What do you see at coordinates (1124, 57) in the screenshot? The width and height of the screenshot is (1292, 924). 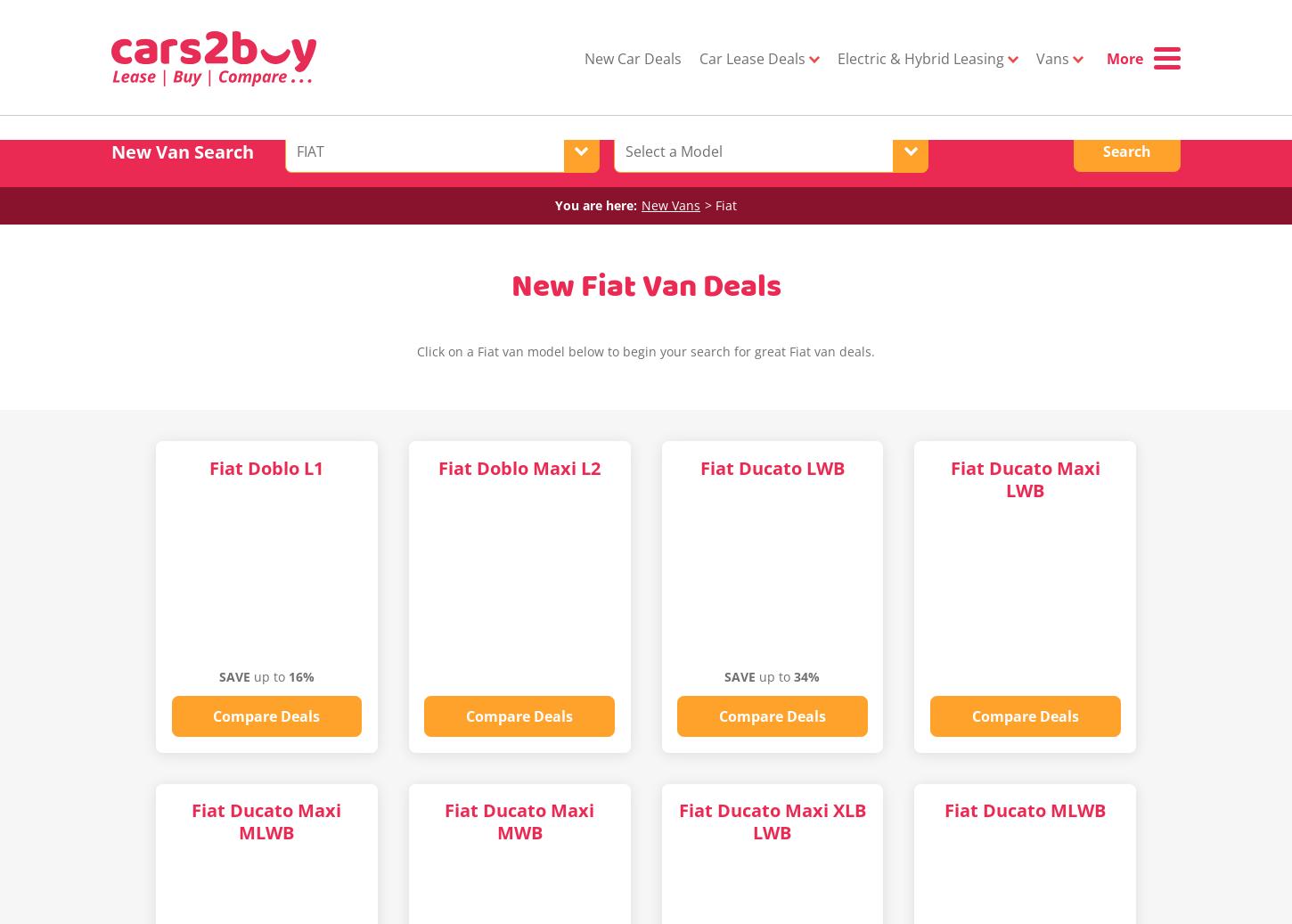 I see `'More'` at bounding box center [1124, 57].